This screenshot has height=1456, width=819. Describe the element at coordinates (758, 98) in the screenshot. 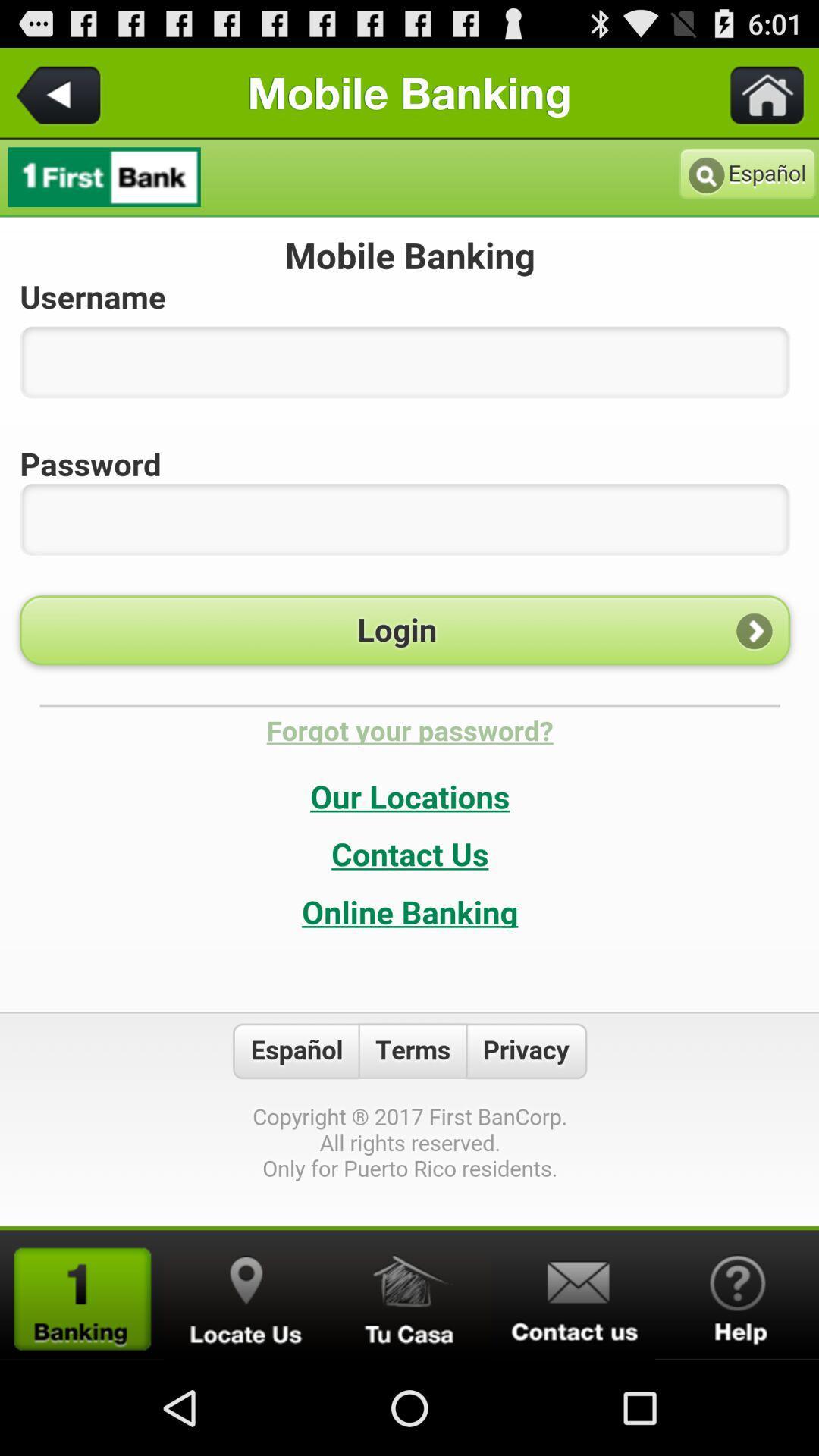

I see `the home icon` at that location.